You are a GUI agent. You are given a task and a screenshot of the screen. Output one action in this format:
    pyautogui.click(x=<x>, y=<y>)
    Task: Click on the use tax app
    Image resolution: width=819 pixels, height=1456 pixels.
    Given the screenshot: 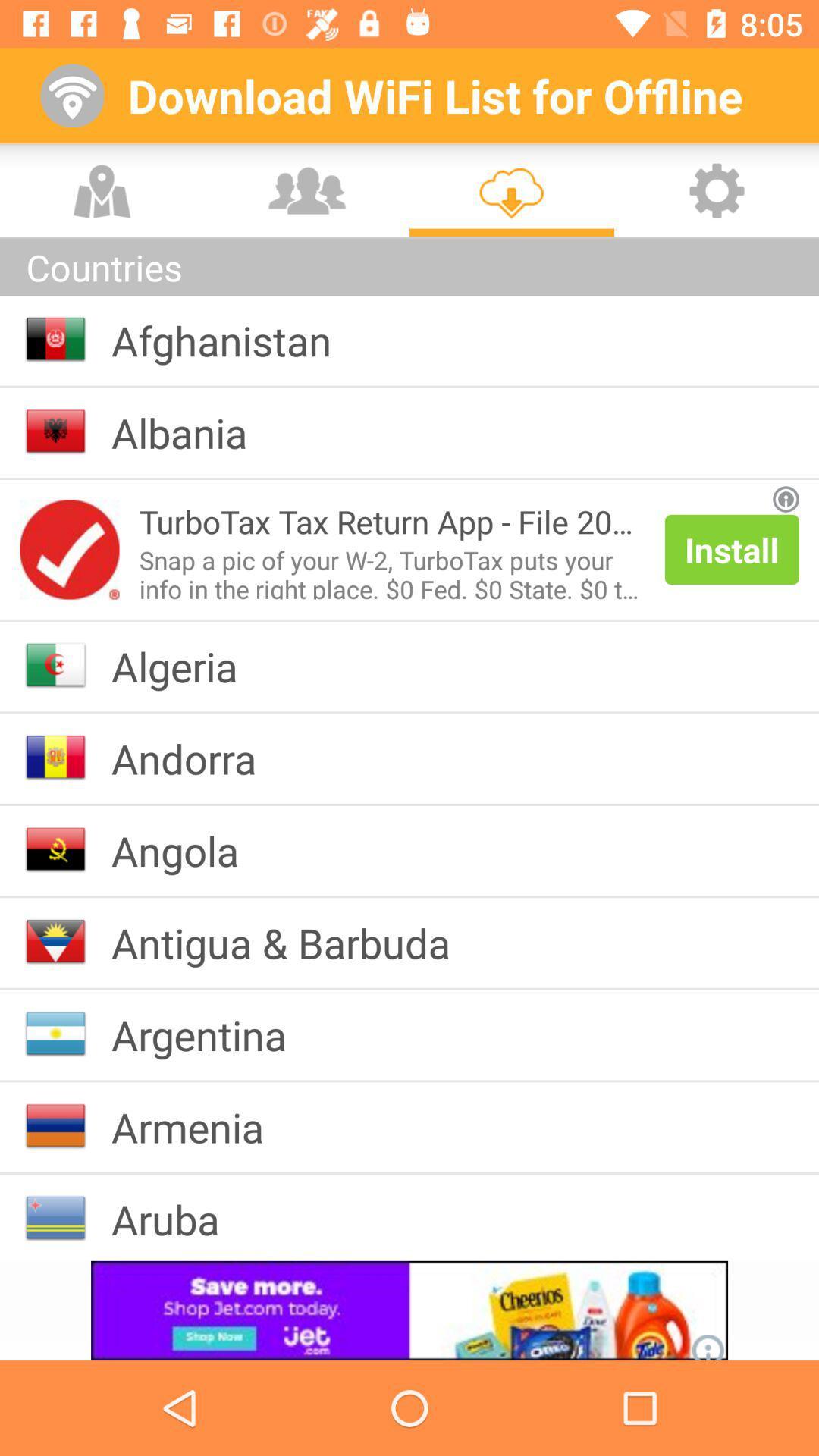 What is the action you would take?
    pyautogui.click(x=69, y=548)
    